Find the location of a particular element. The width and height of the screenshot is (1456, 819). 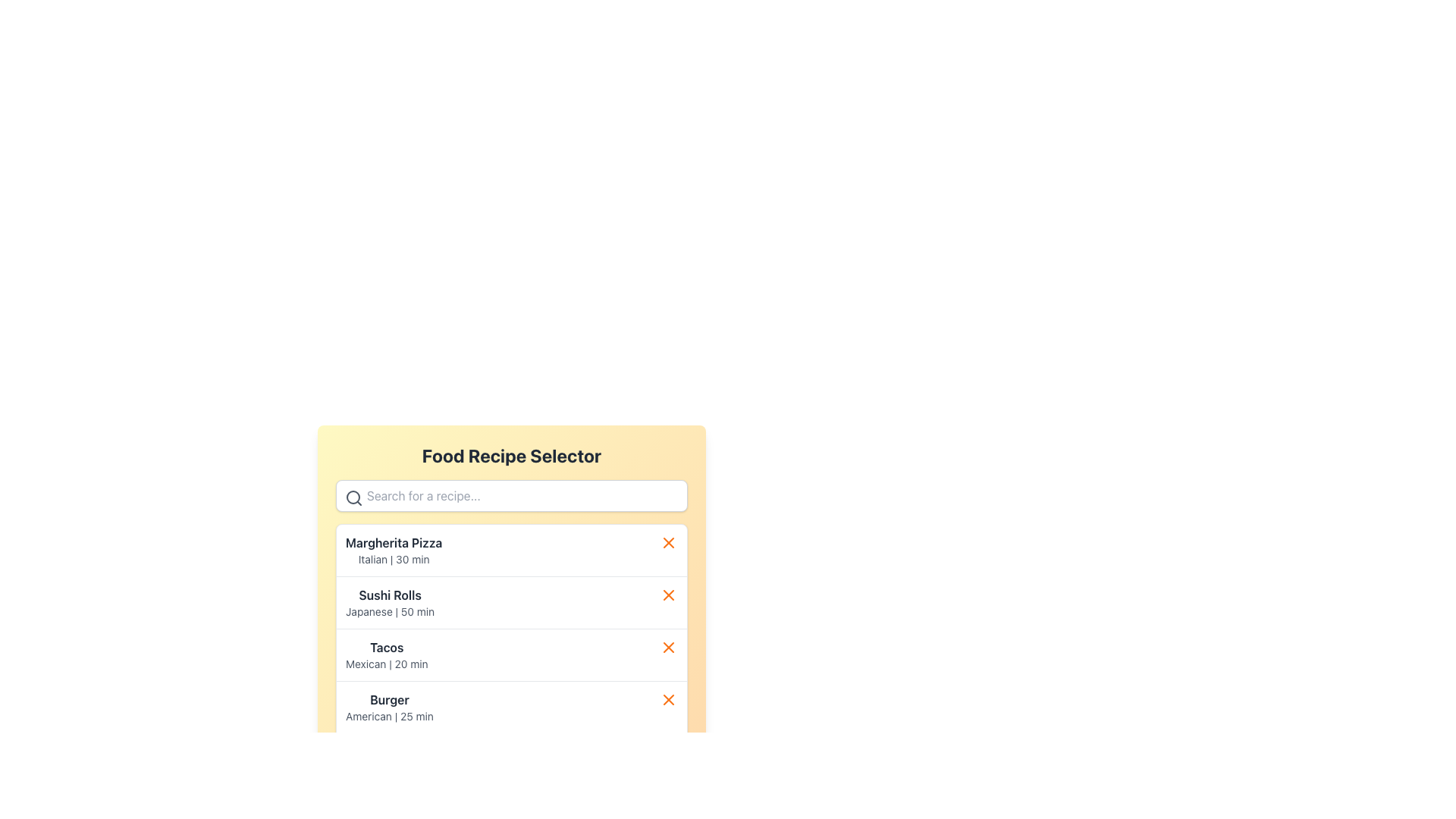

the food item 'Sushi Rolls' is located at coordinates (512, 601).